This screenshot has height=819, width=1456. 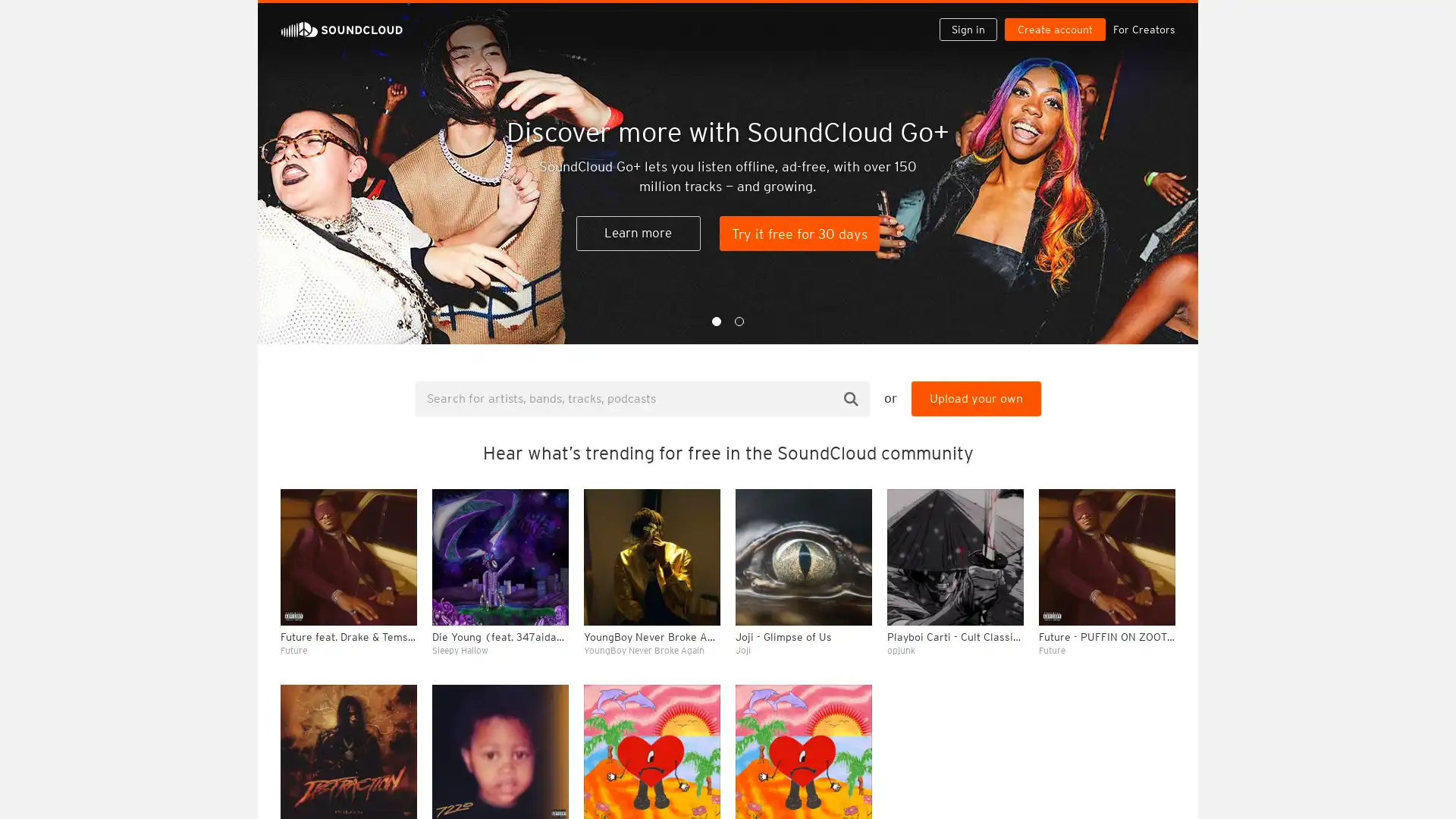 What do you see at coordinates (1165, 414) in the screenshot?
I see `Hide queue` at bounding box center [1165, 414].